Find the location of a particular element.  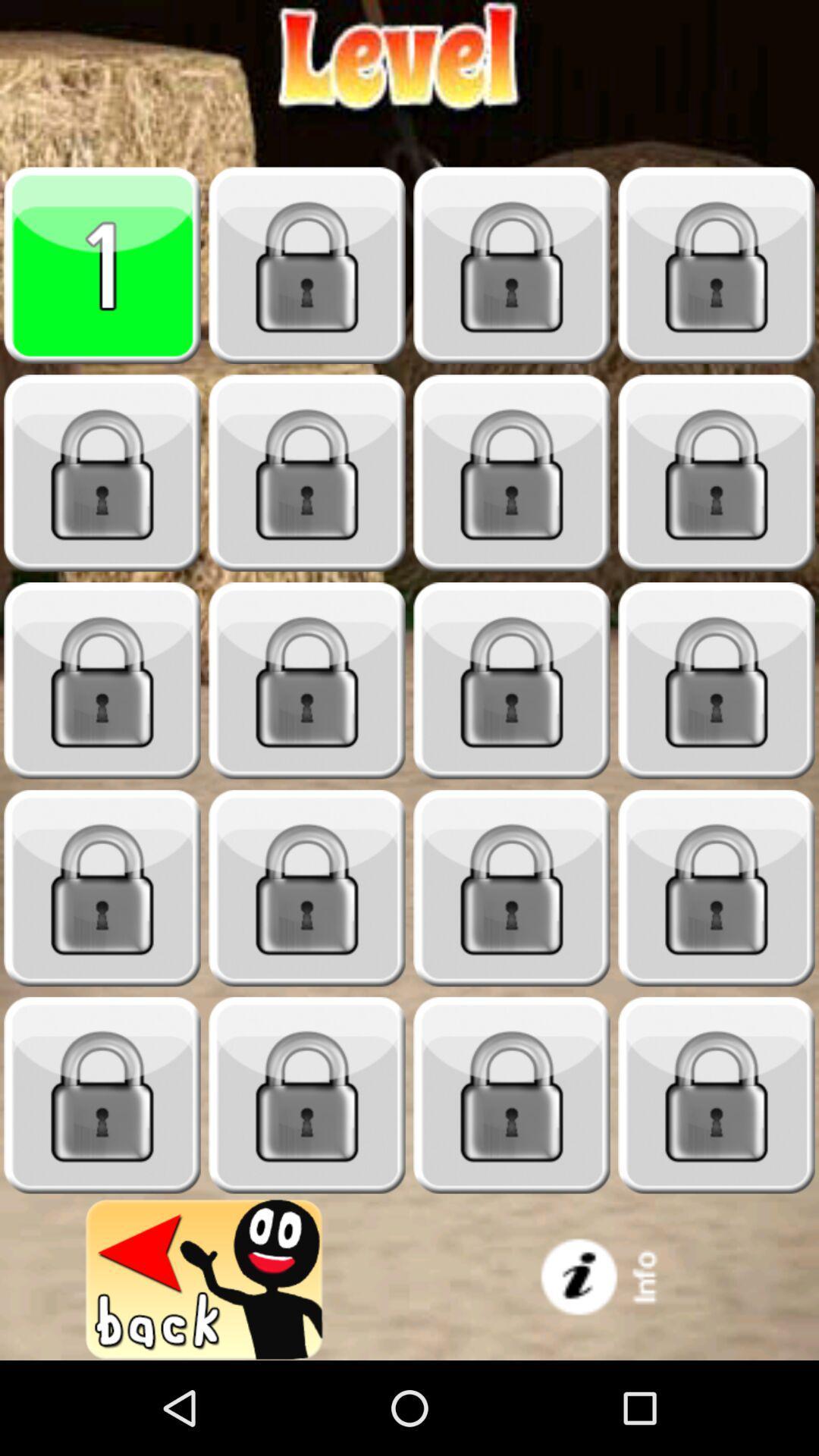

game level of the stage is located at coordinates (512, 680).